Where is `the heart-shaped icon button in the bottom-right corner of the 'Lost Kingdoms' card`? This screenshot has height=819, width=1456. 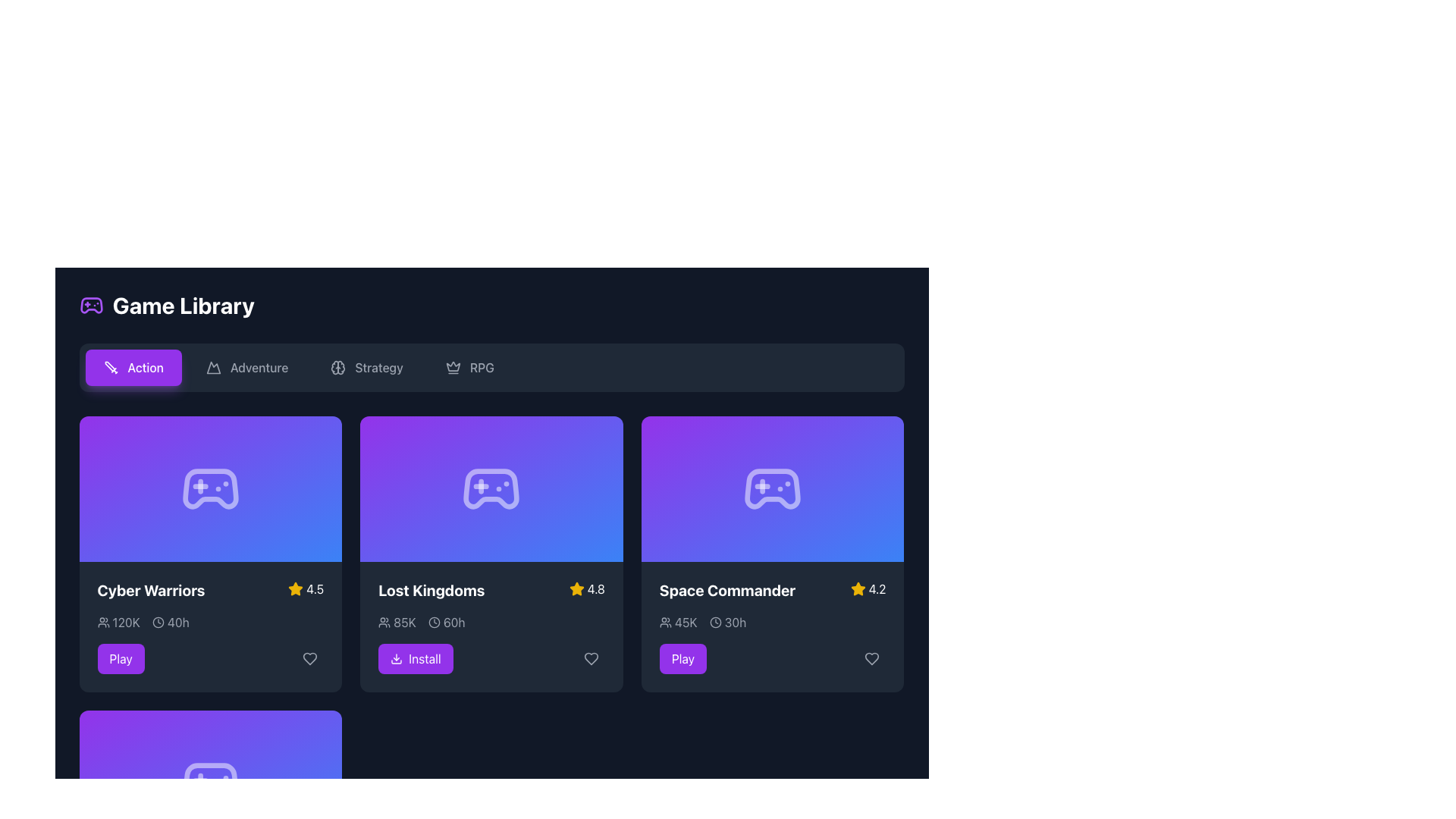 the heart-shaped icon button in the bottom-right corner of the 'Lost Kingdoms' card is located at coordinates (590, 657).